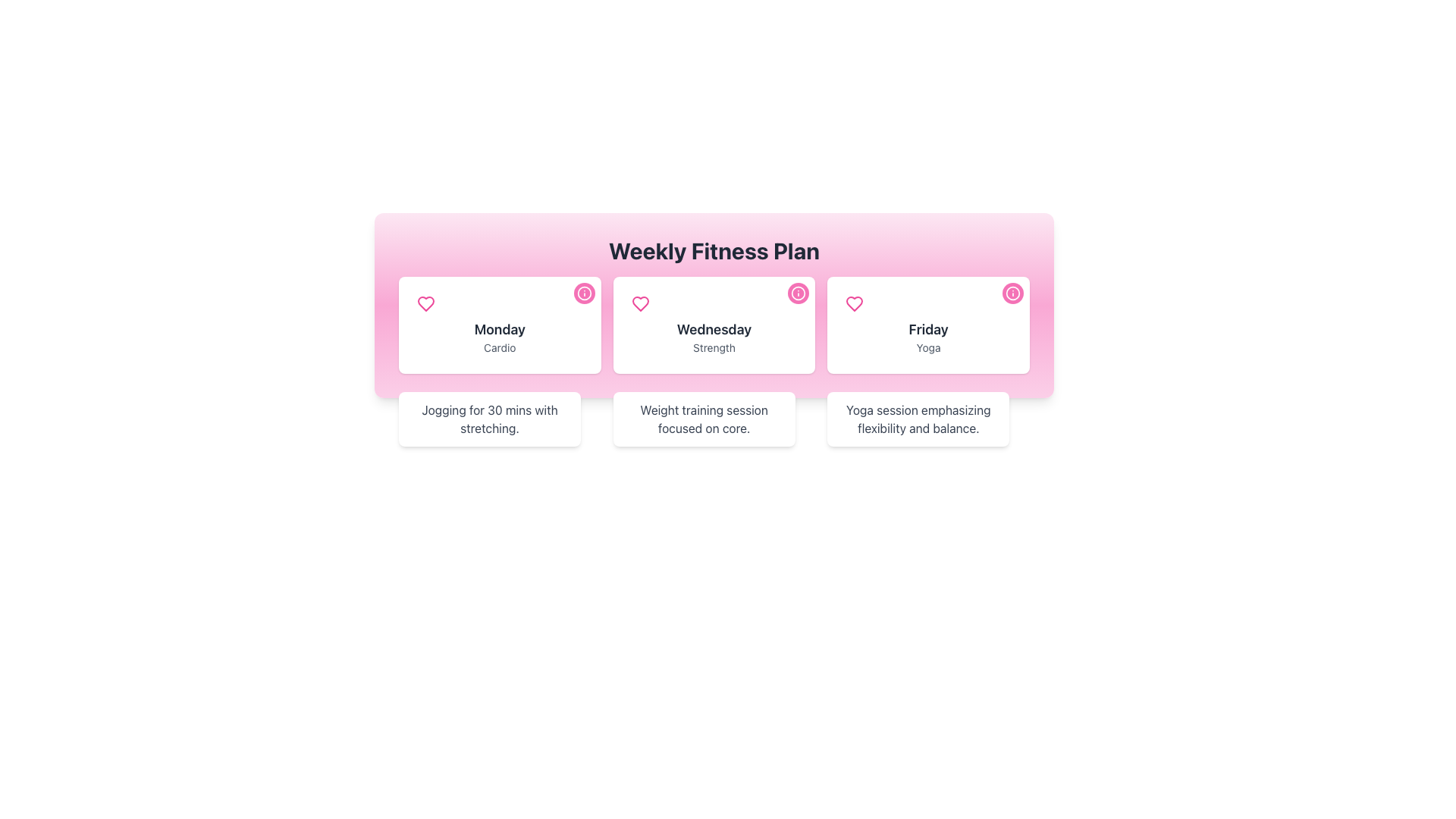 This screenshot has height=819, width=1456. What do you see at coordinates (927, 348) in the screenshot?
I see `descriptive text for the 'Yoga' activity associated with the 'Friday' card, which is the second text line within the card and centrally placed below the 'Friday' title` at bounding box center [927, 348].